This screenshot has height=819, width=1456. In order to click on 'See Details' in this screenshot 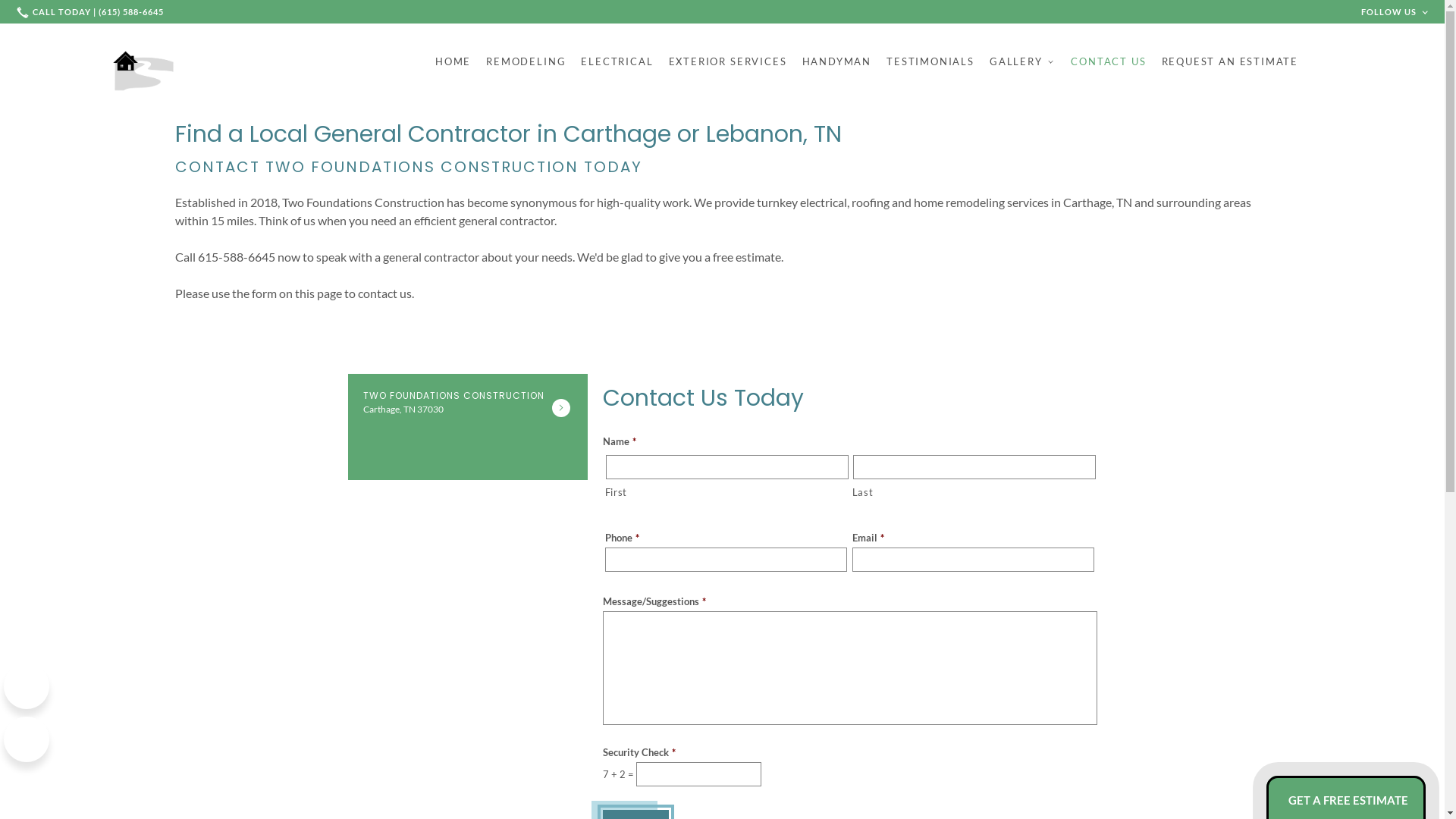, I will do `click(560, 406)`.